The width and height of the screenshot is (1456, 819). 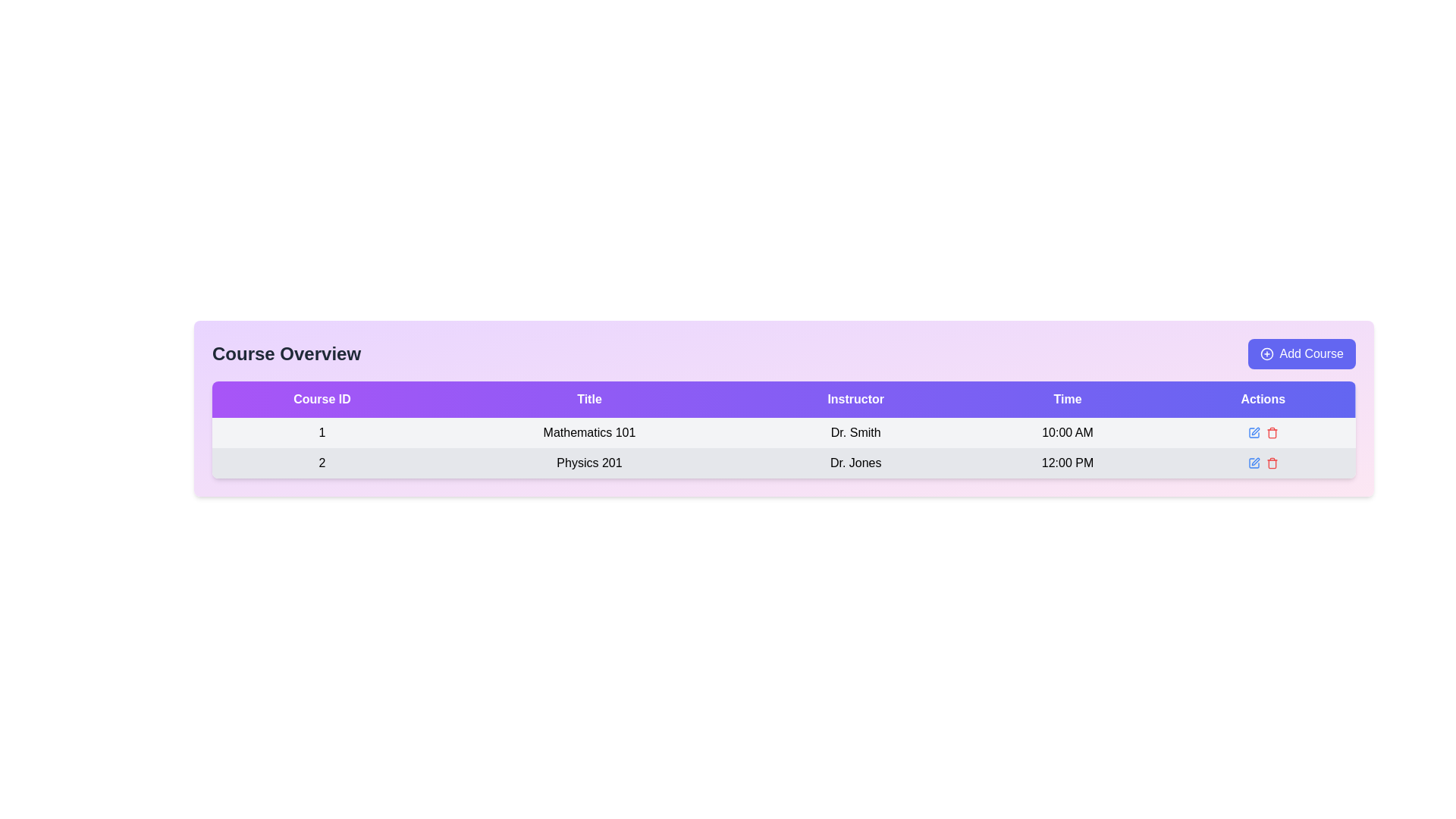 What do you see at coordinates (1263, 462) in the screenshot?
I see `the second icon button in the 'Actions' column of the second row to invoke the delete action` at bounding box center [1263, 462].